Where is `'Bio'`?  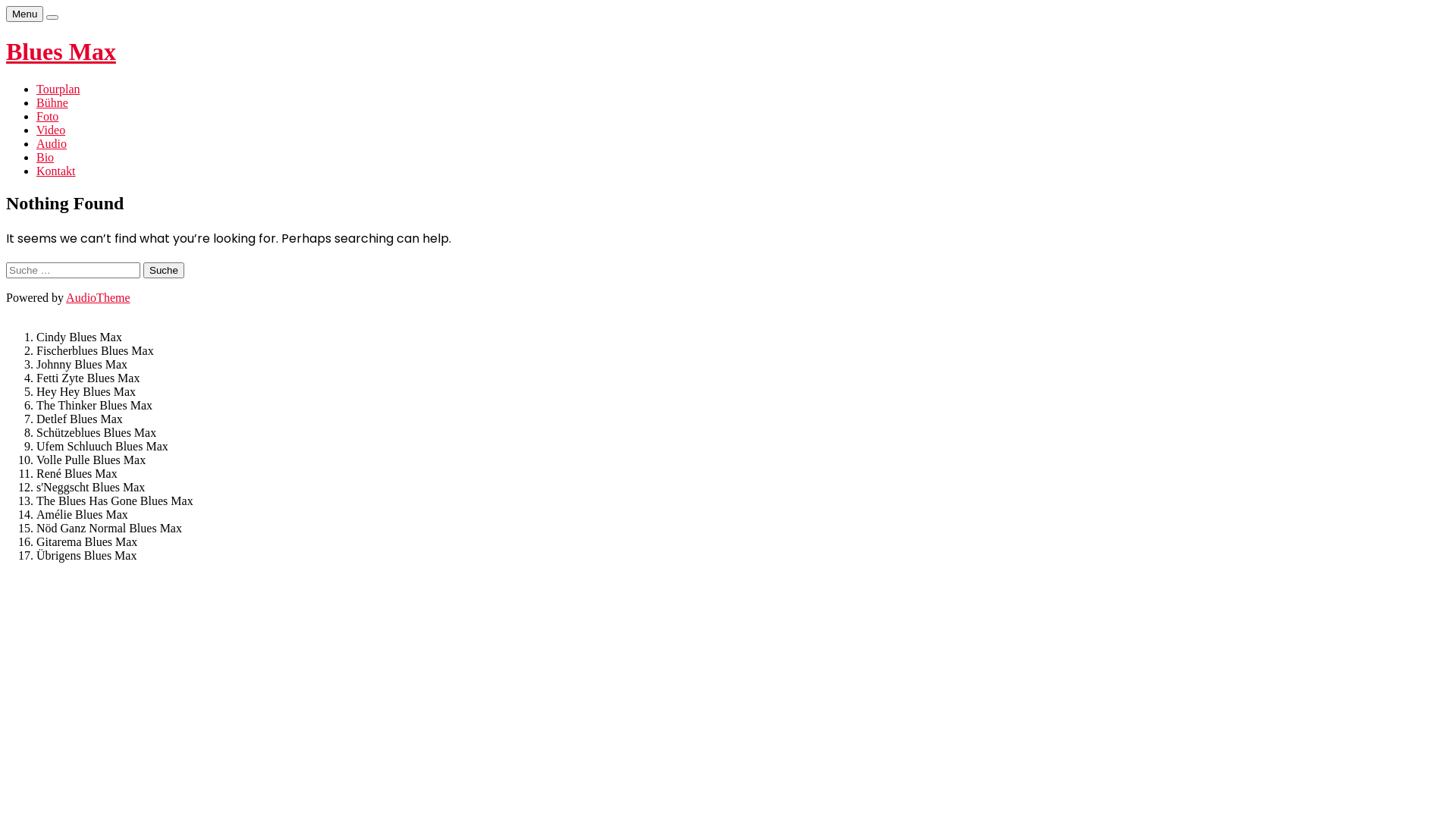
'Bio' is located at coordinates (36, 157).